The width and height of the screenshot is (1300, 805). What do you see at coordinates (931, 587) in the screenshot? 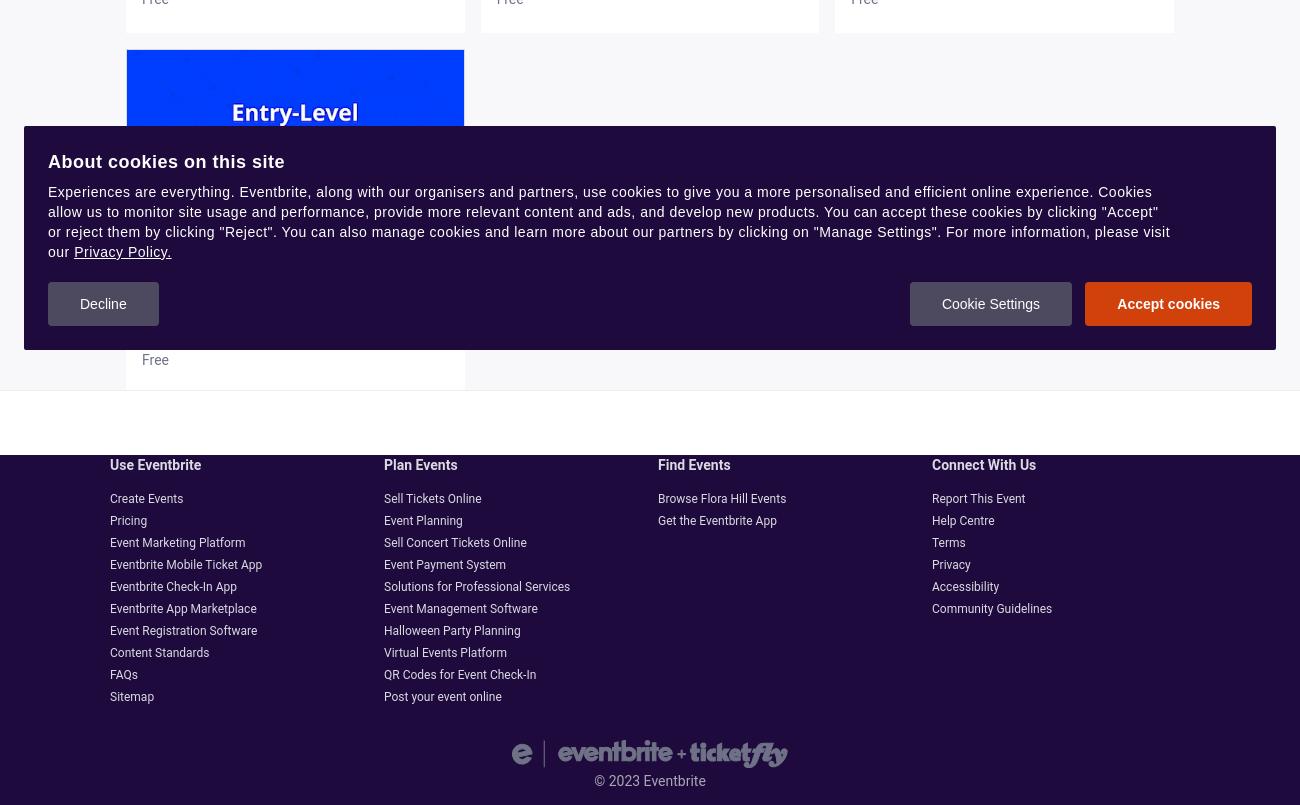
I see `'Accessibility'` at bounding box center [931, 587].